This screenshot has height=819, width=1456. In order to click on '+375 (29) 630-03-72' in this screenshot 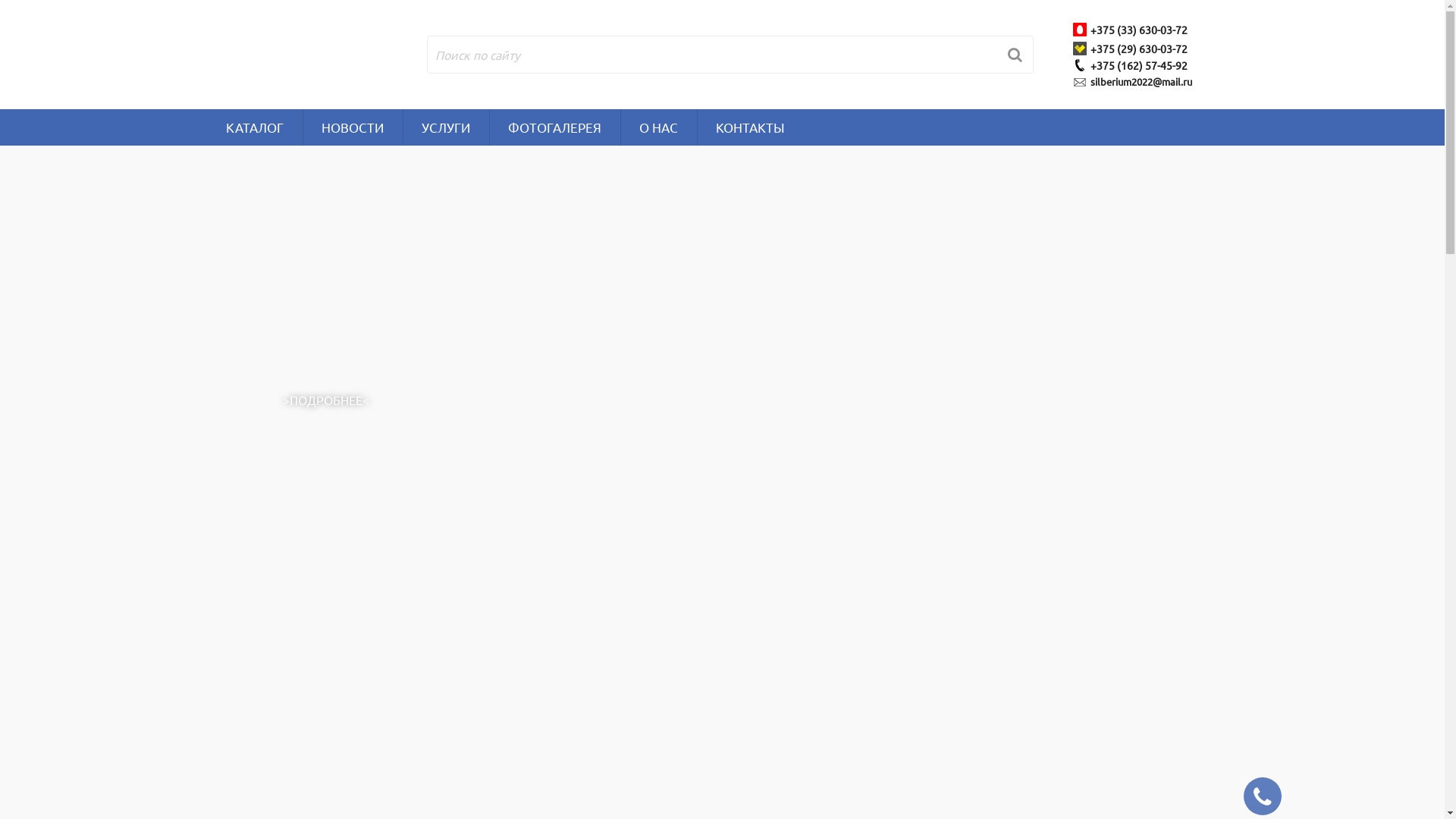, I will do `click(1090, 48)`.